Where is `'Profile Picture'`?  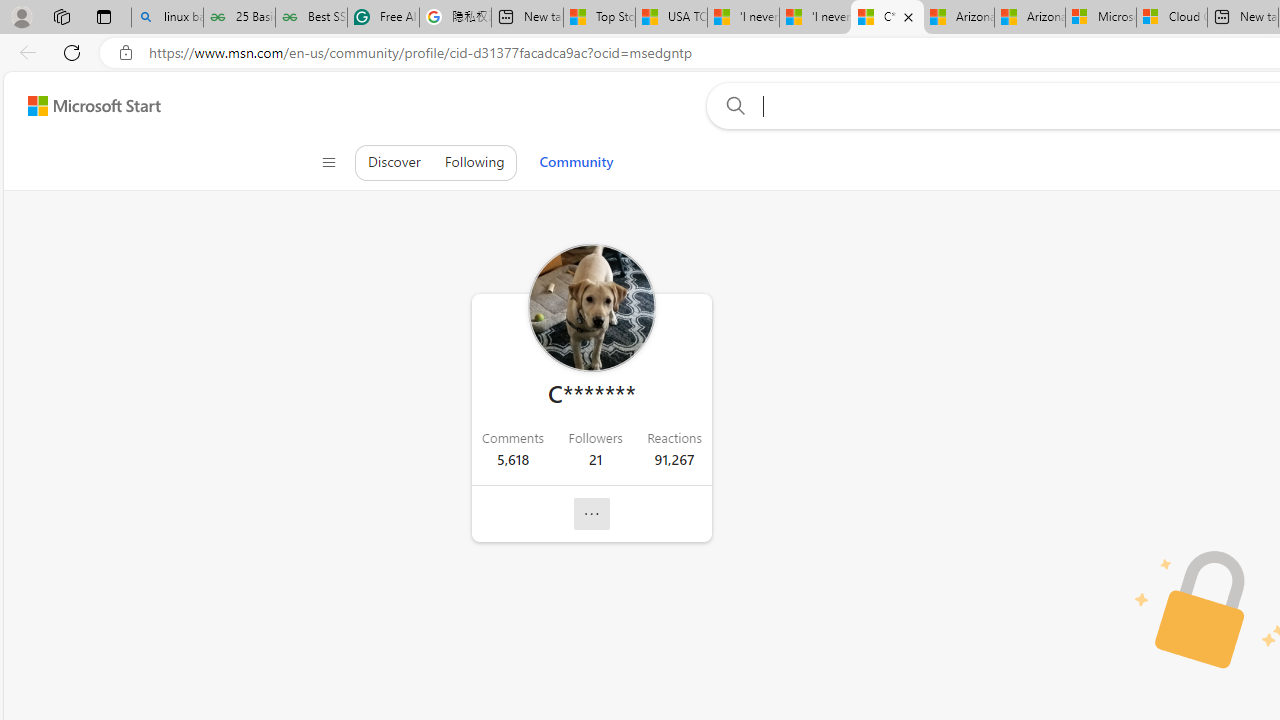
'Profile Picture' is located at coordinates (590, 308).